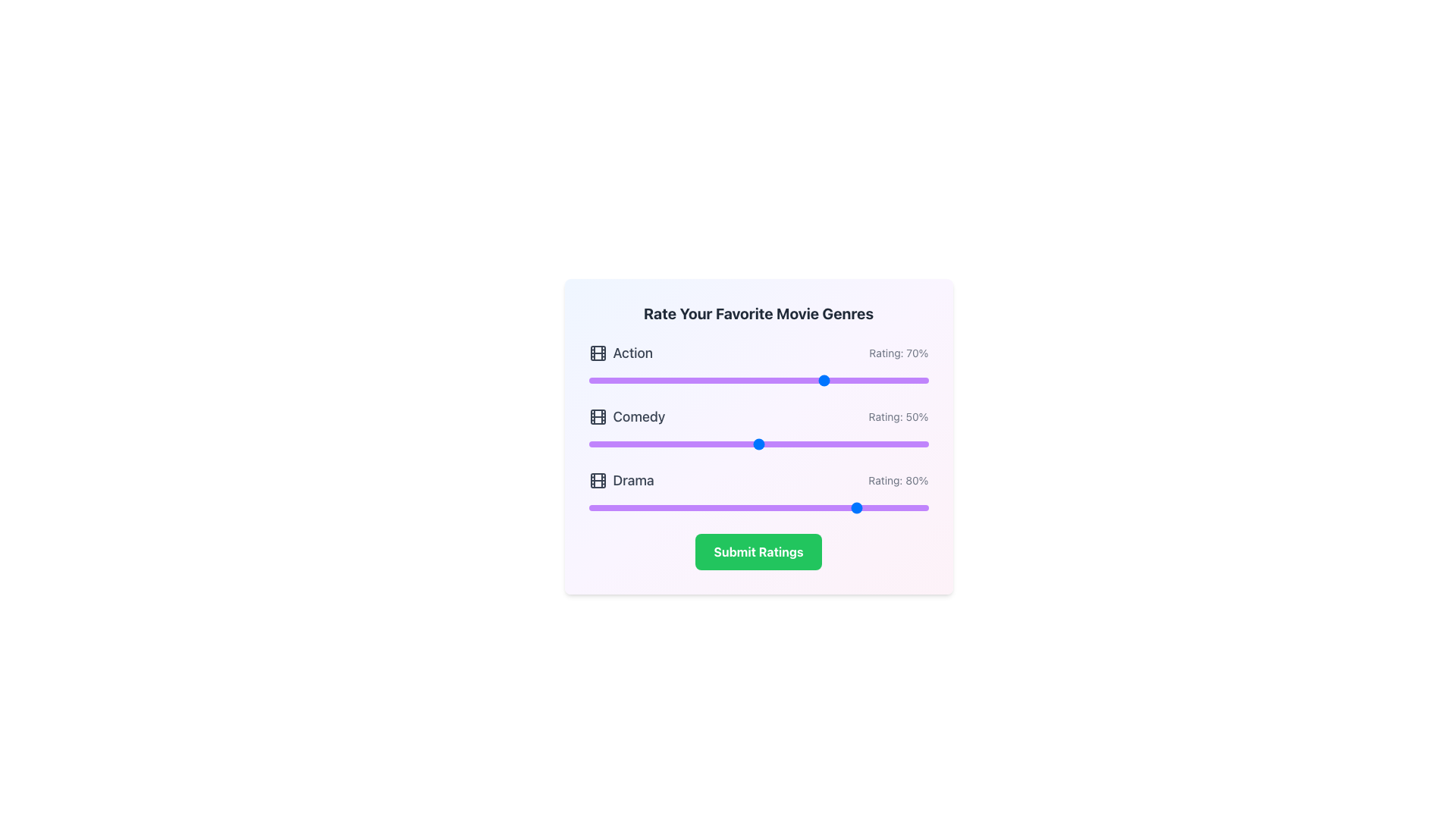  Describe the element at coordinates (597, 417) in the screenshot. I see `the Comedy genre icon in the second row of the movie genres list, which is represented as an SVG graphic component next to the label 'Comedy'` at that location.